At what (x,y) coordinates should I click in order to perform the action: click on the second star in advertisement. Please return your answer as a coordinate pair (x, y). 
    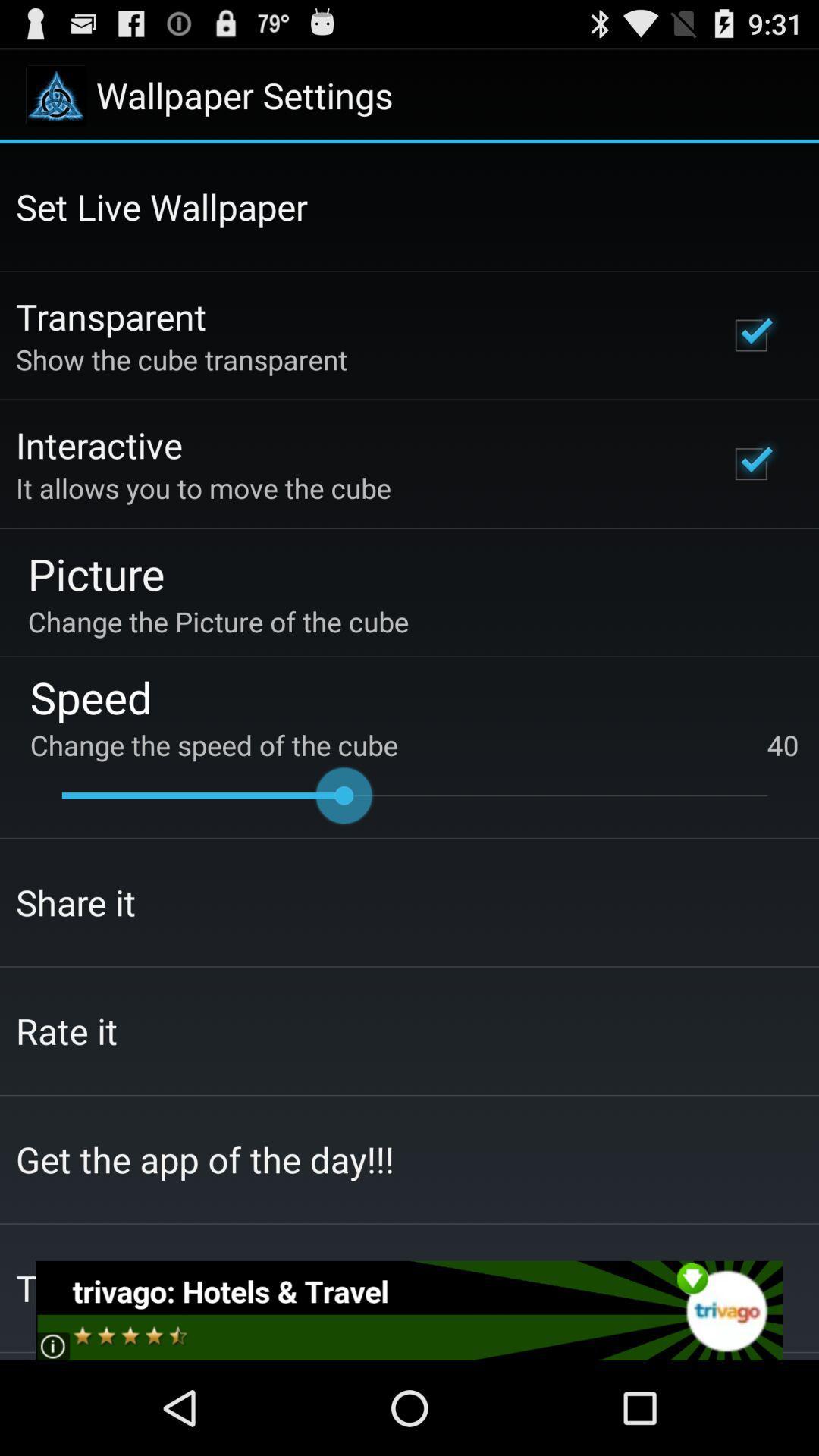
    Looking at the image, I should click on (107, 1346).